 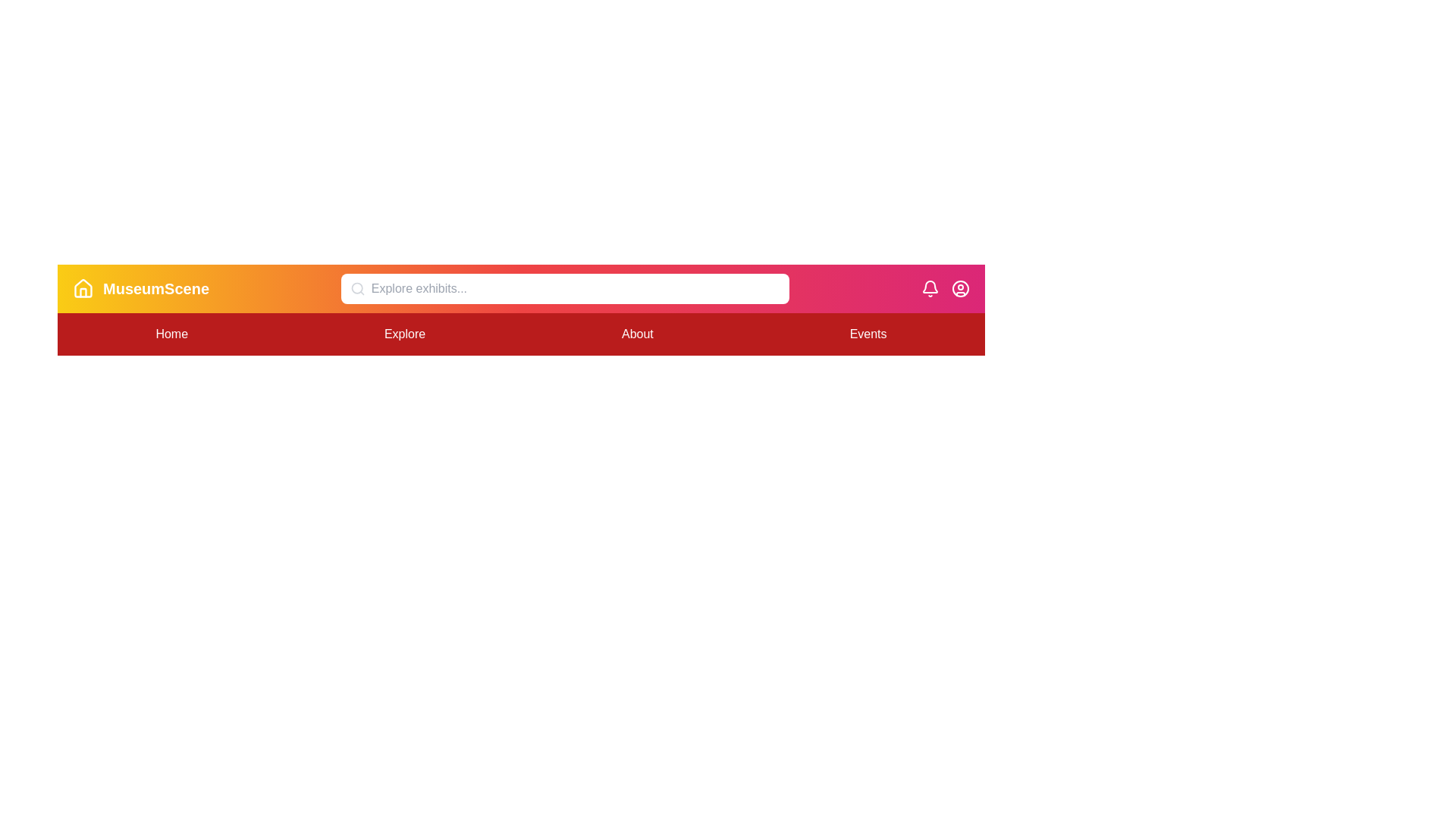 I want to click on the 'About' tab in the menu to navigate to the about section, so click(x=637, y=333).